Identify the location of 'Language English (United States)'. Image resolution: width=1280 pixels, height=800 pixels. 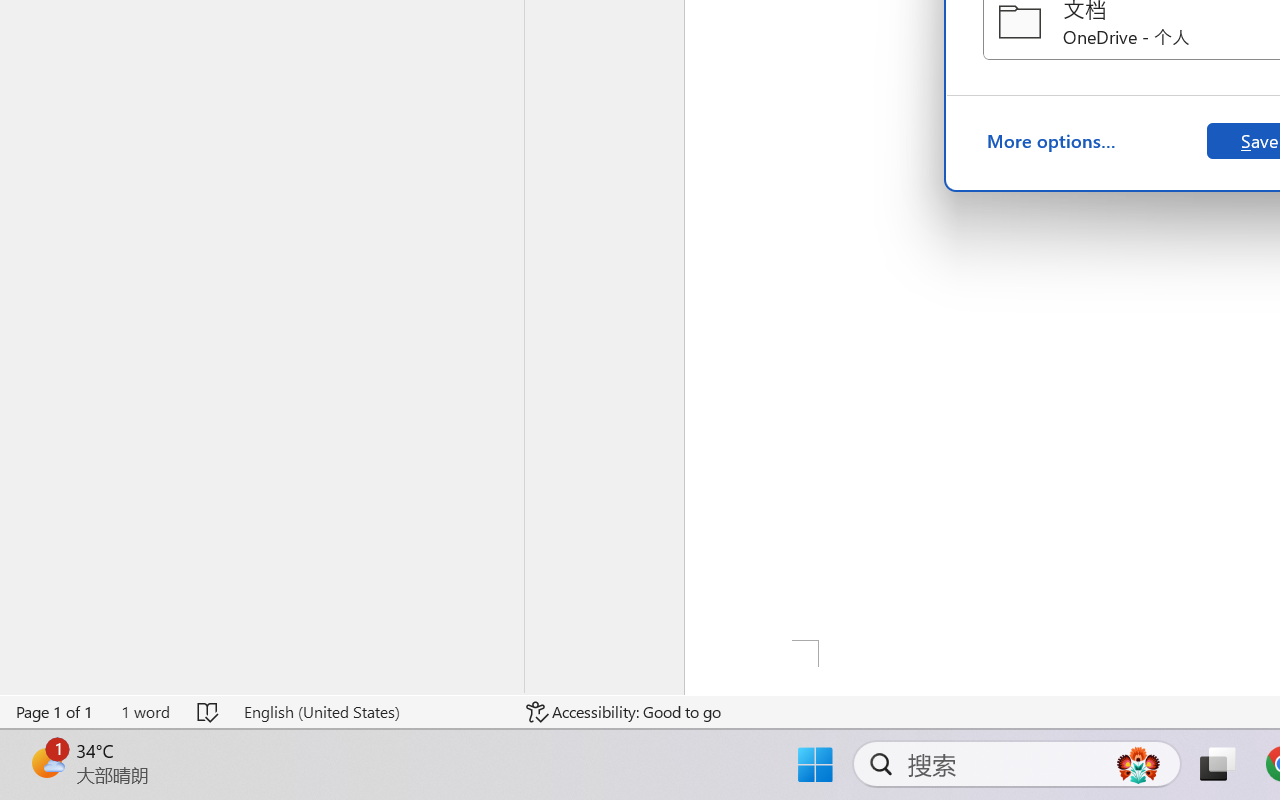
(371, 711).